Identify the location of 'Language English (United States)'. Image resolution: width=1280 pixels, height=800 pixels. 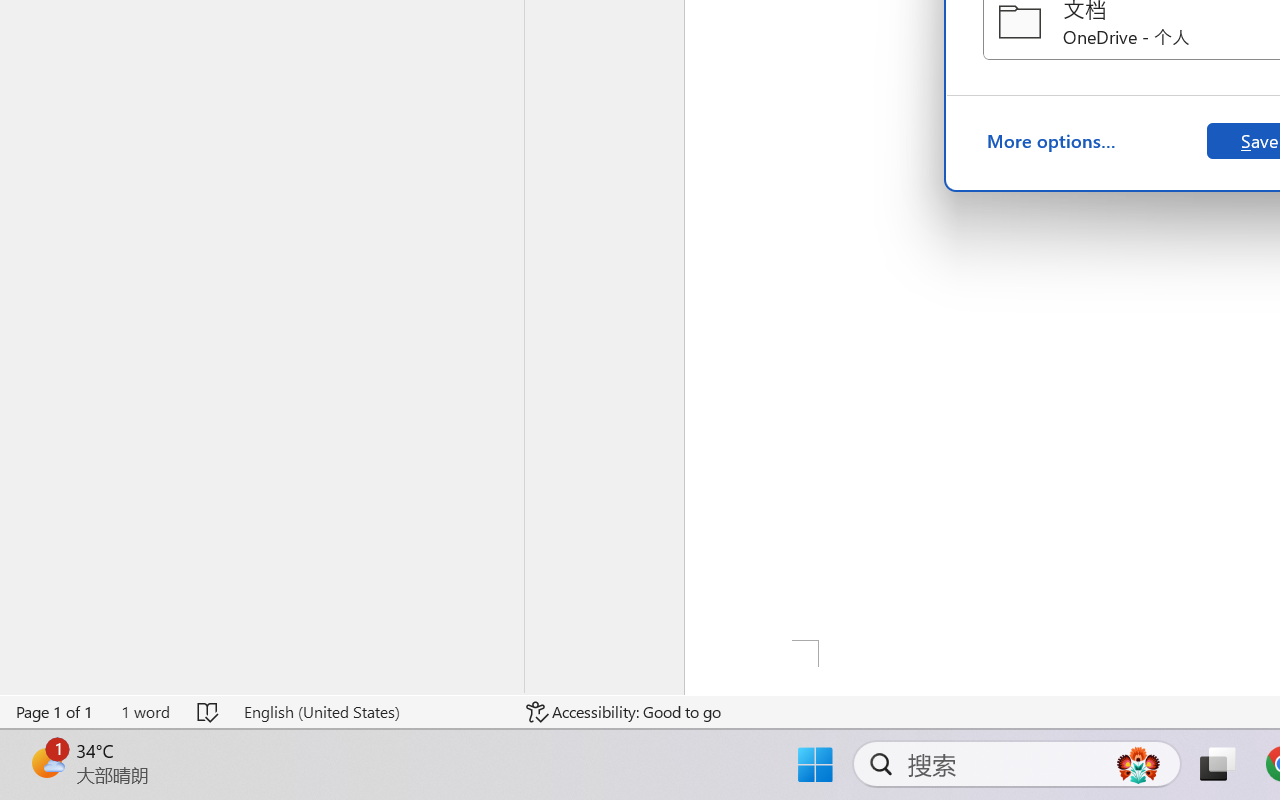
(371, 711).